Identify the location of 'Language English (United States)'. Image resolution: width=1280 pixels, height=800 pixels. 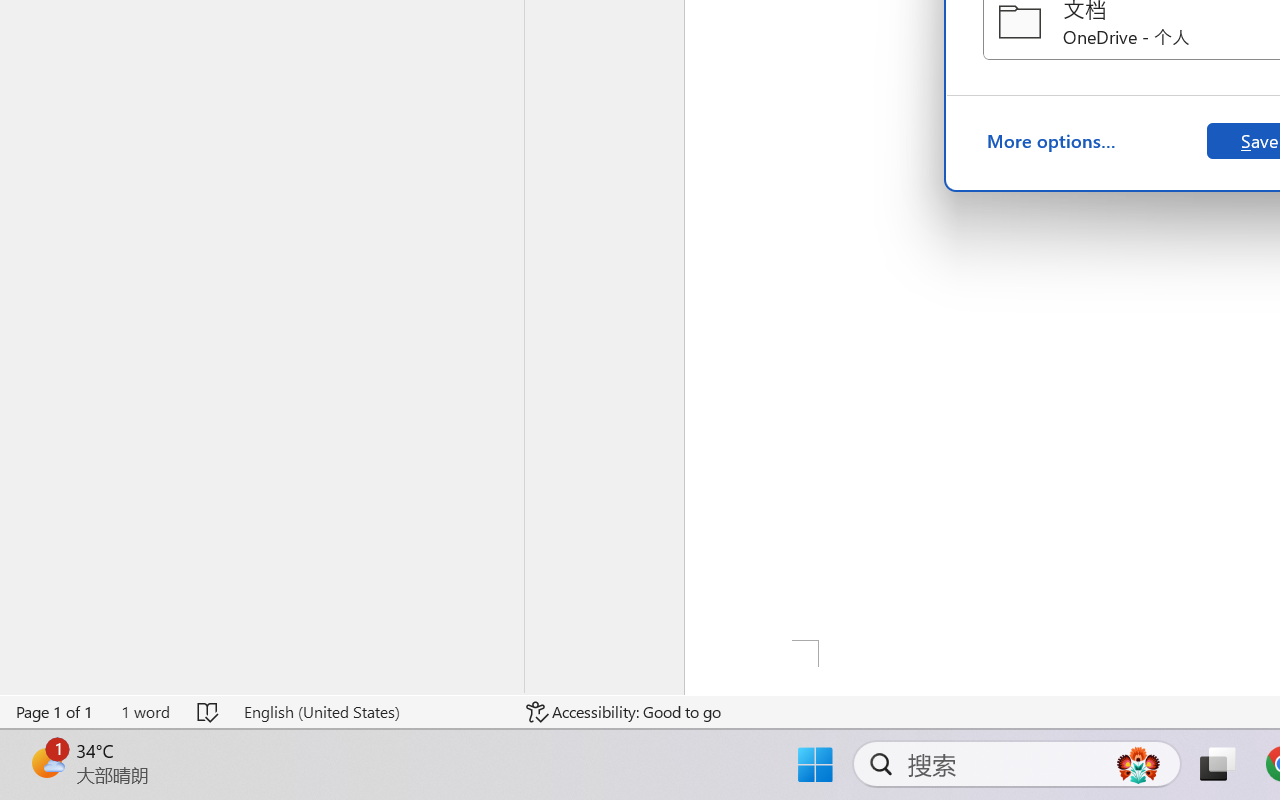
(371, 711).